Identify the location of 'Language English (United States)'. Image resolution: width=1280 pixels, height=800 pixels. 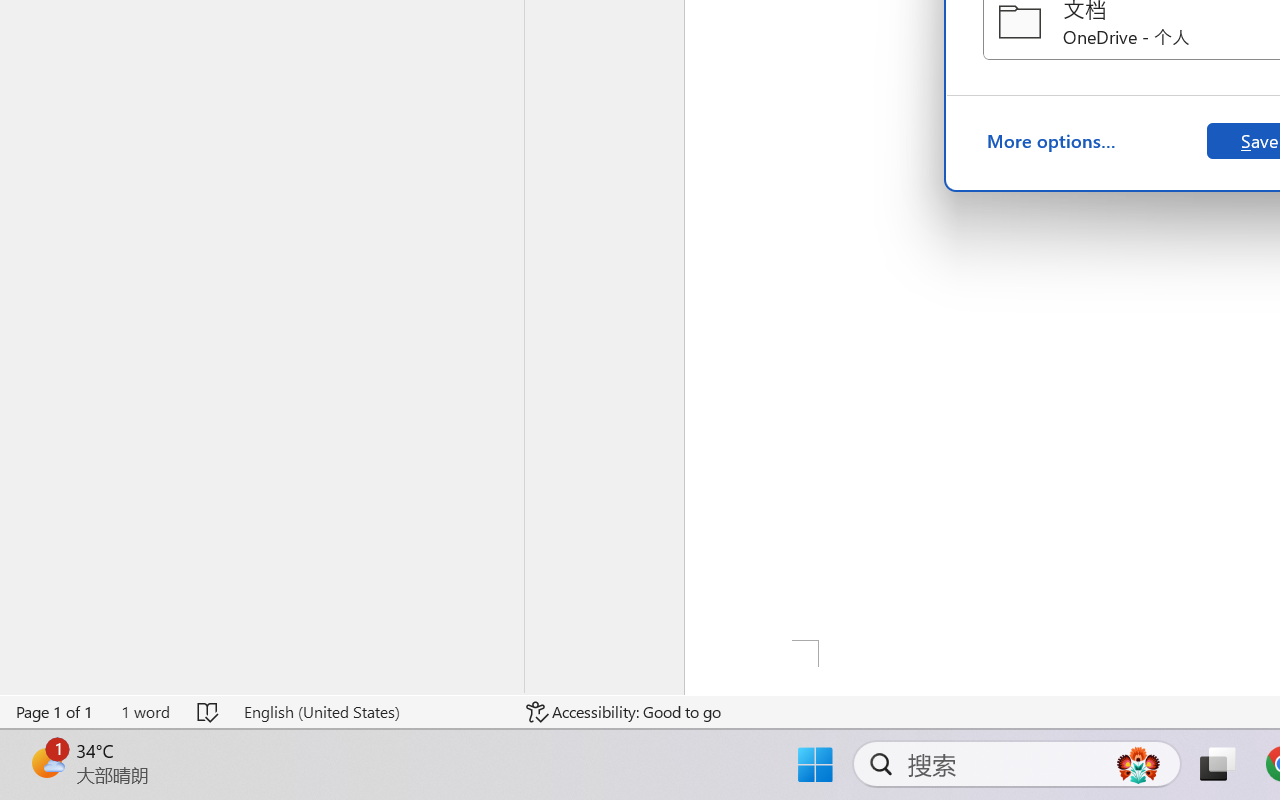
(371, 711).